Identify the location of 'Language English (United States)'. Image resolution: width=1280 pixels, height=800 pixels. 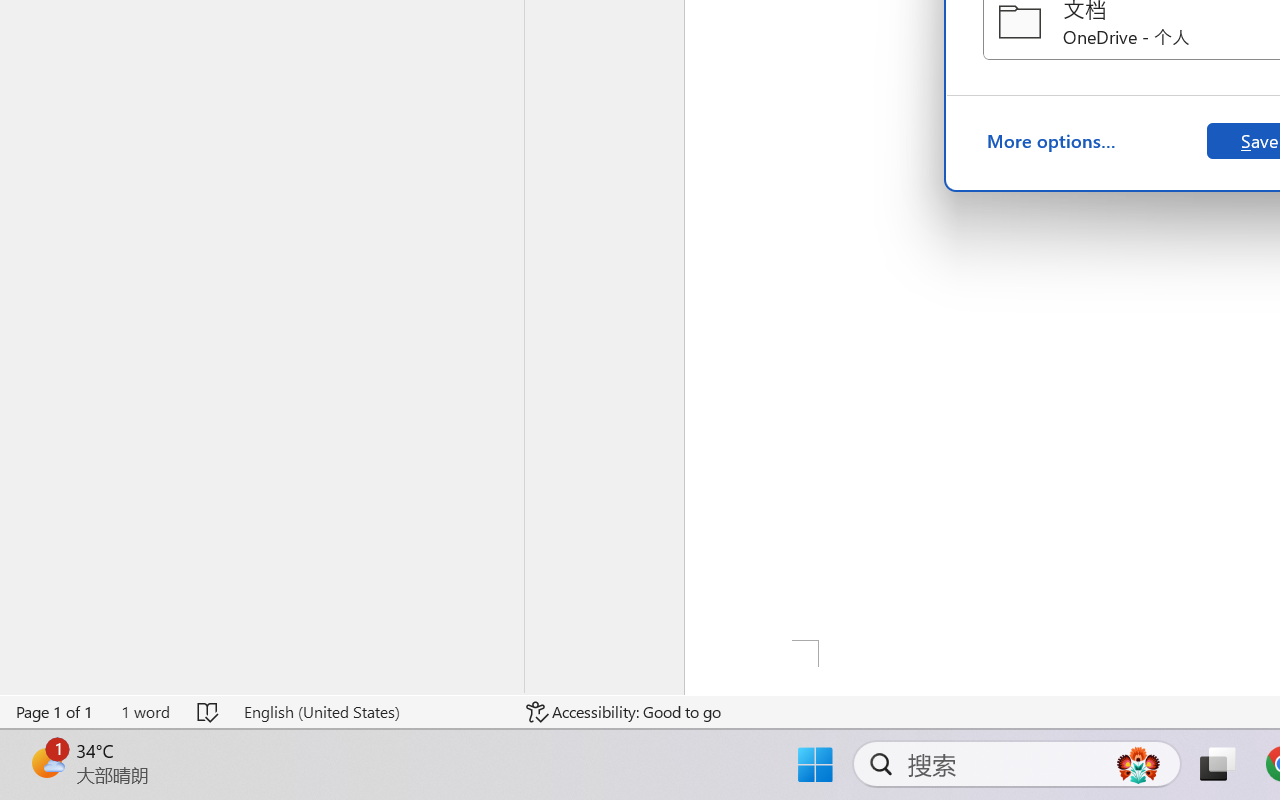
(371, 711).